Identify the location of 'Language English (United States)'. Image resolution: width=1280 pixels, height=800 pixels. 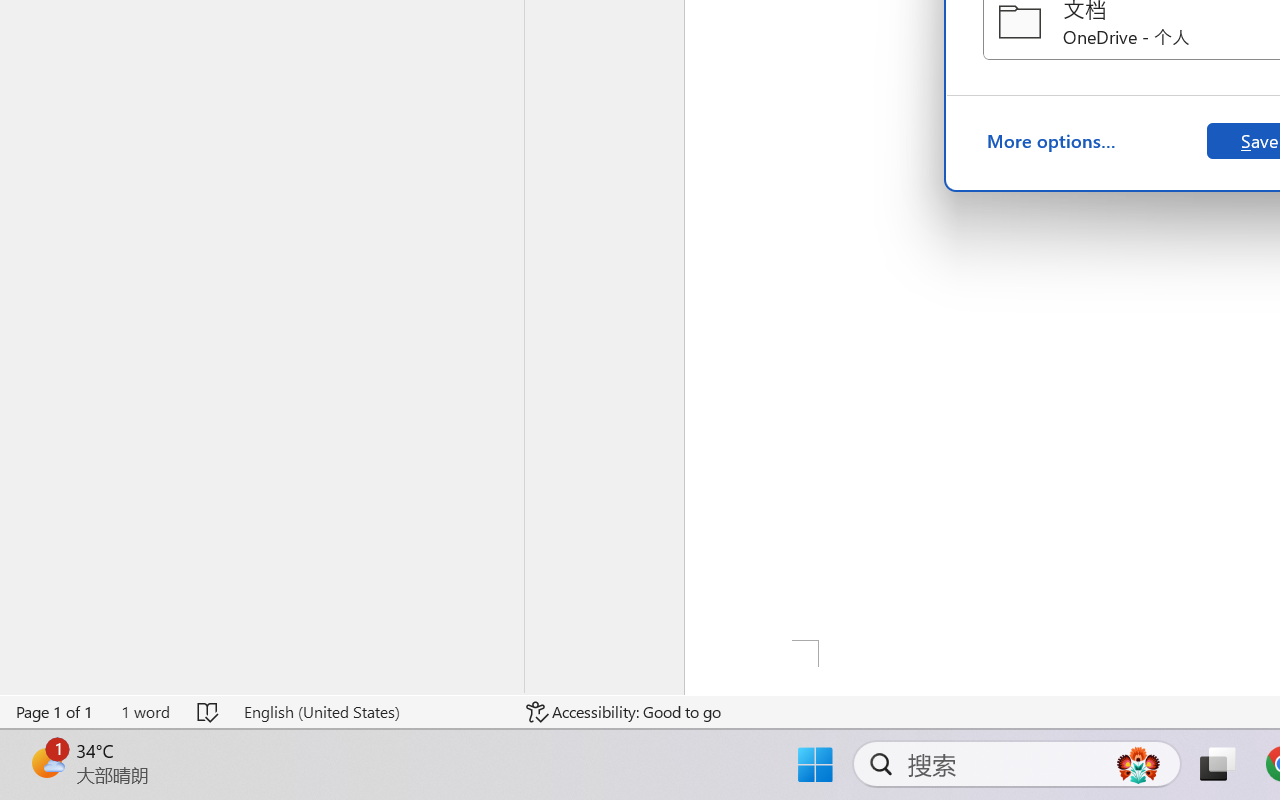
(371, 711).